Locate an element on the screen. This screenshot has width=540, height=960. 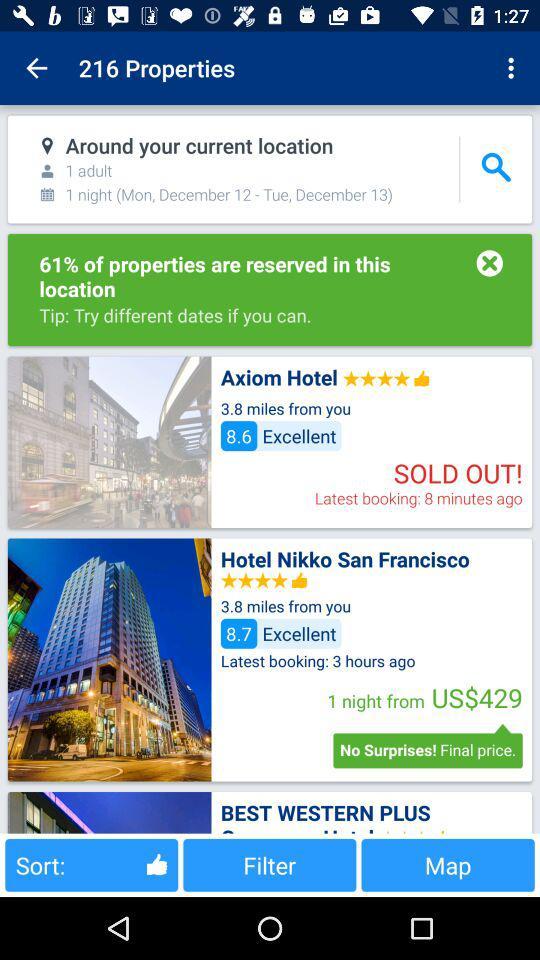
item to the right of the 216 properties icon is located at coordinates (513, 68).